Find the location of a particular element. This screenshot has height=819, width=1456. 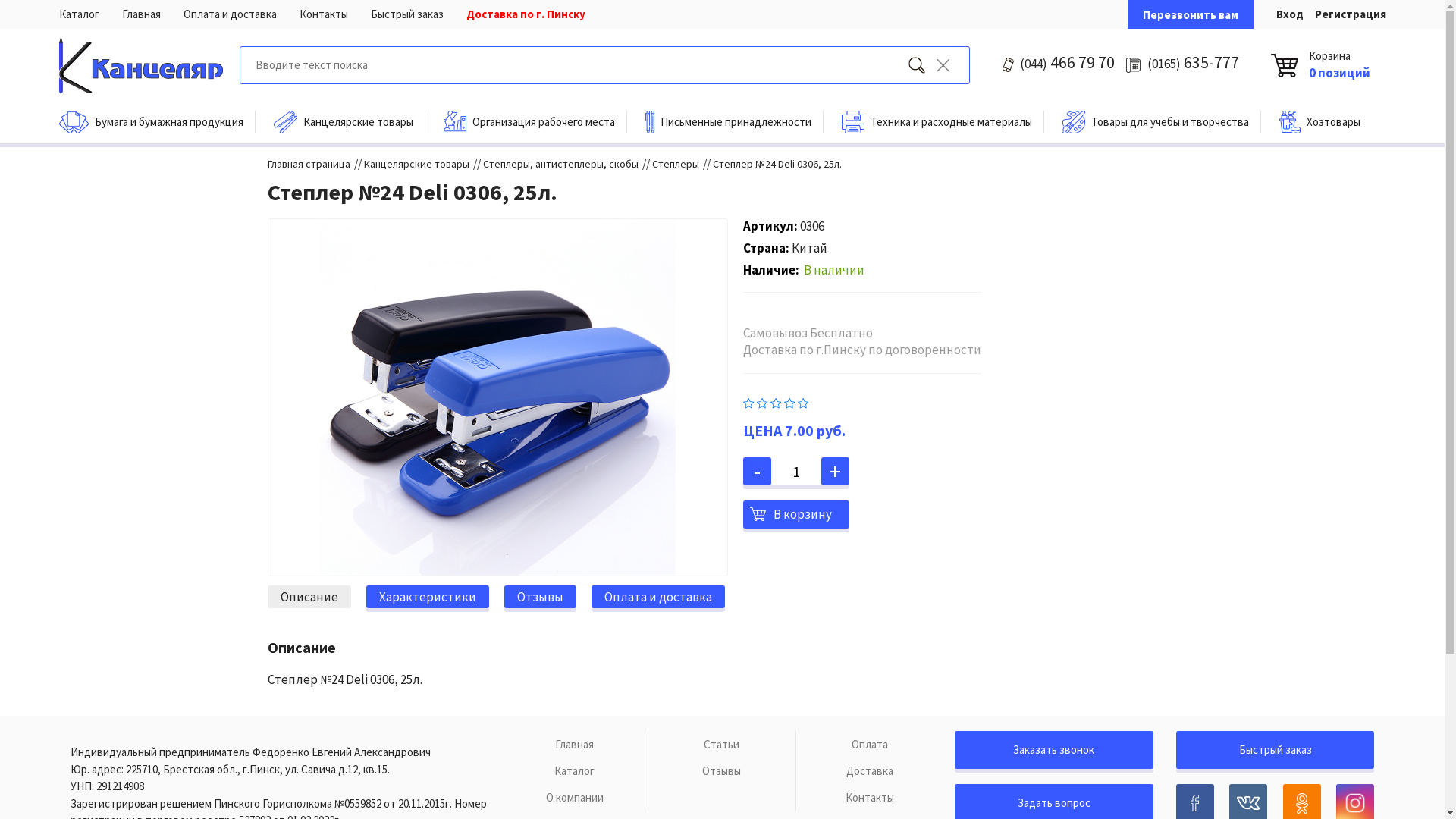

'3' is located at coordinates (770, 400).